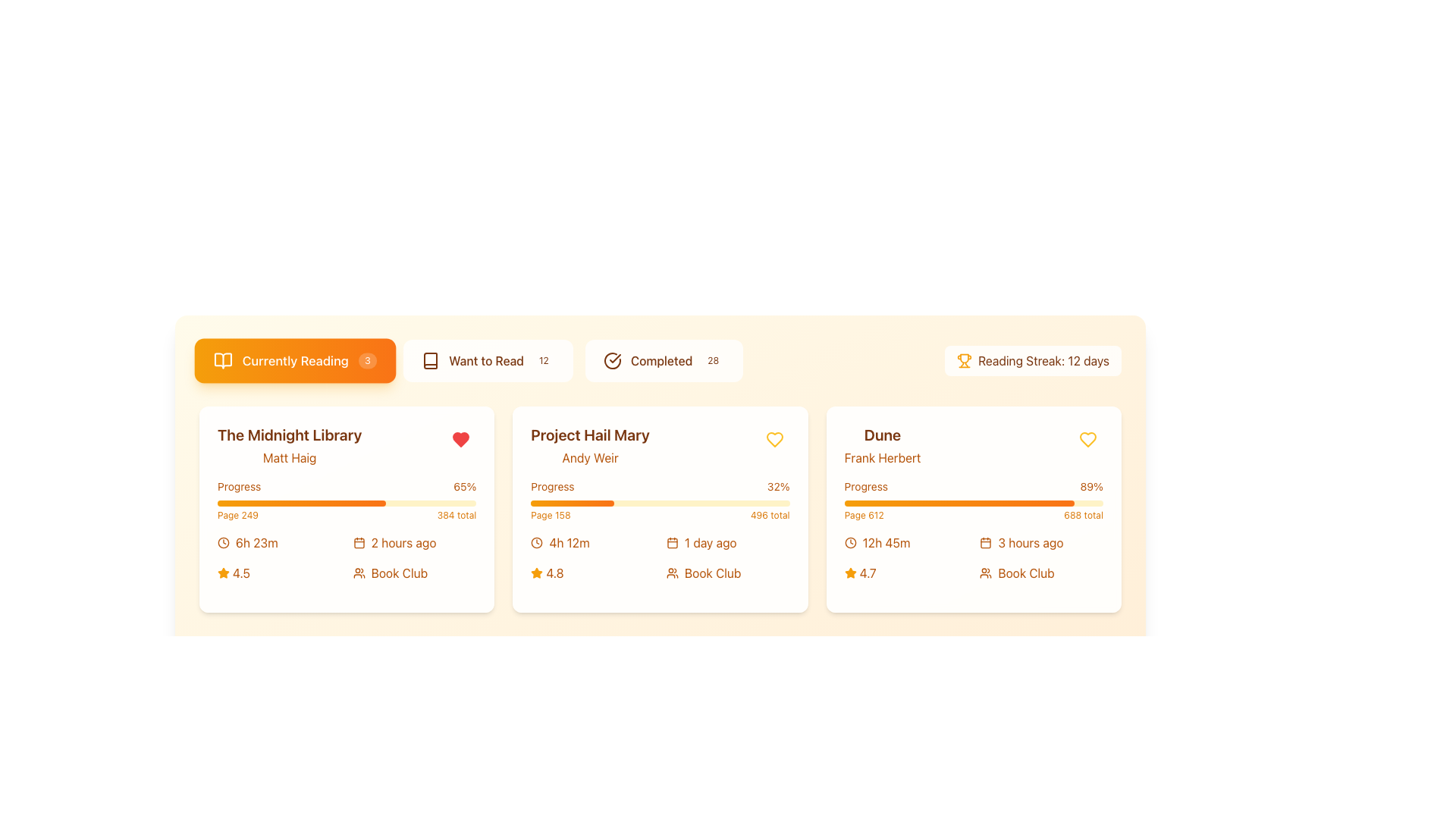  Describe the element at coordinates (279, 573) in the screenshot. I see `the Rating display for 'The Midnight Library' book in the 'Currently Reading' section, which shows the rating score of '4.5'` at that location.